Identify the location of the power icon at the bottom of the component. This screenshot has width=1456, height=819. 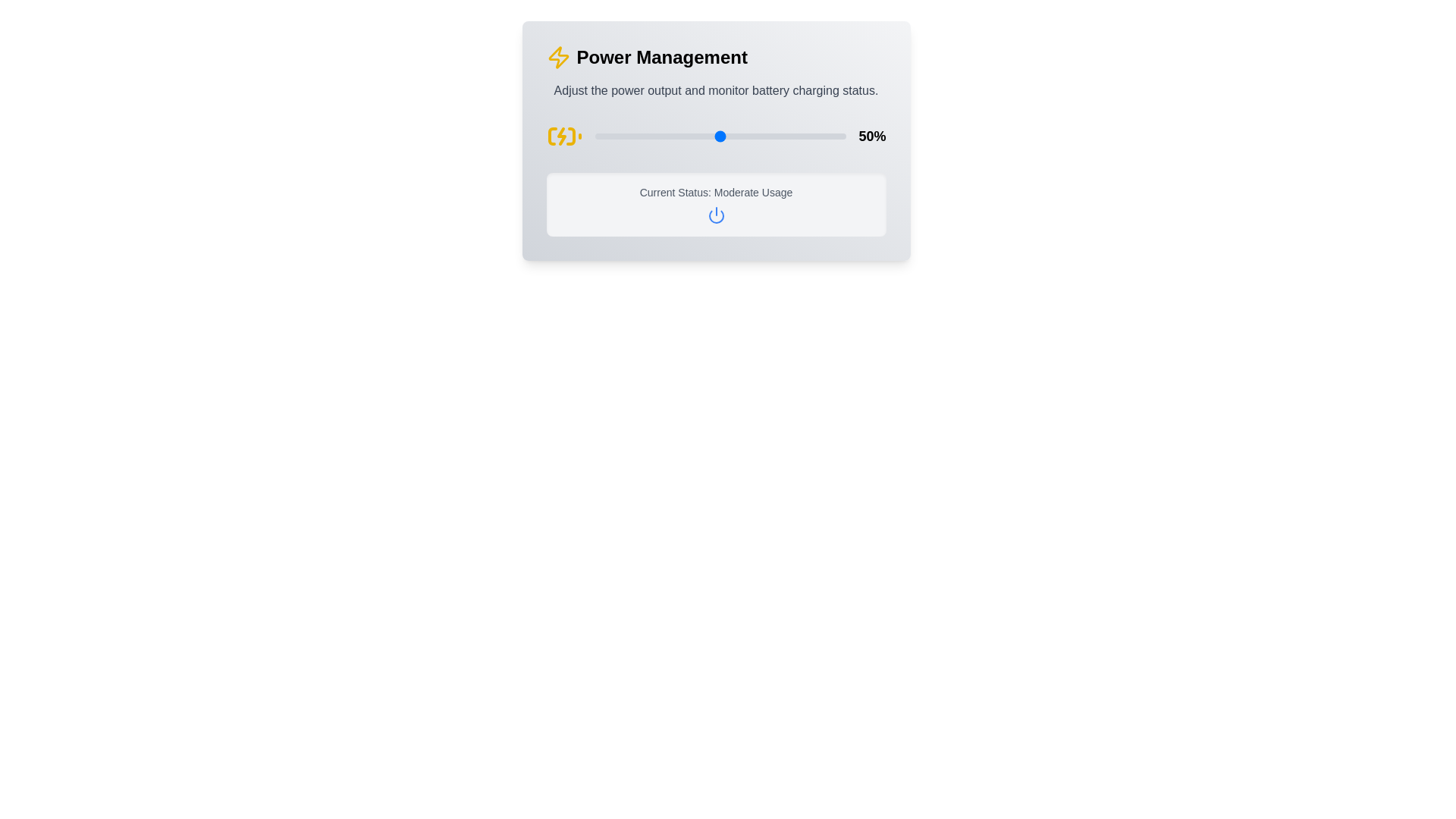
(715, 215).